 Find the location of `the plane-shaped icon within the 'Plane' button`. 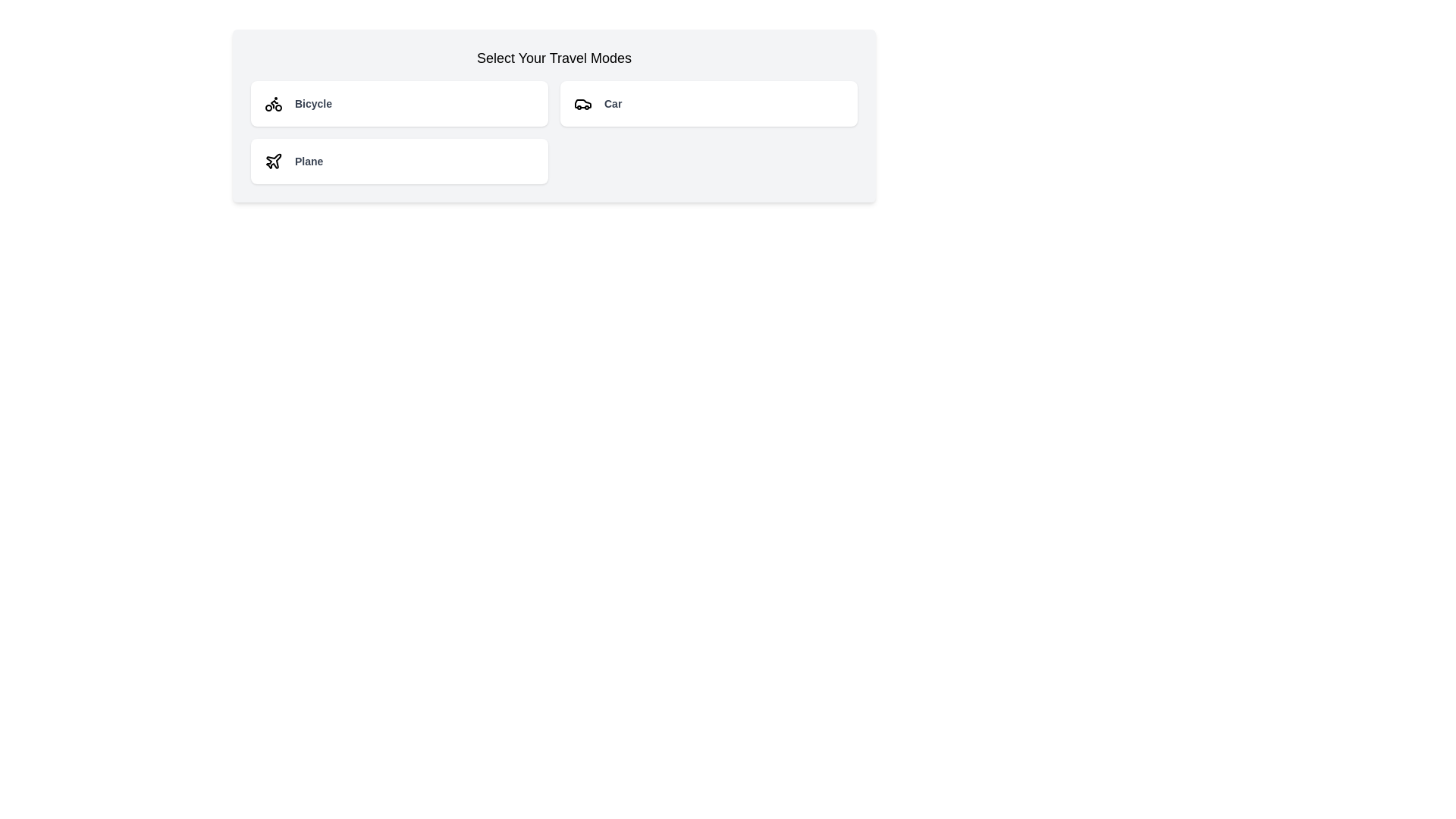

the plane-shaped icon within the 'Plane' button is located at coordinates (274, 161).